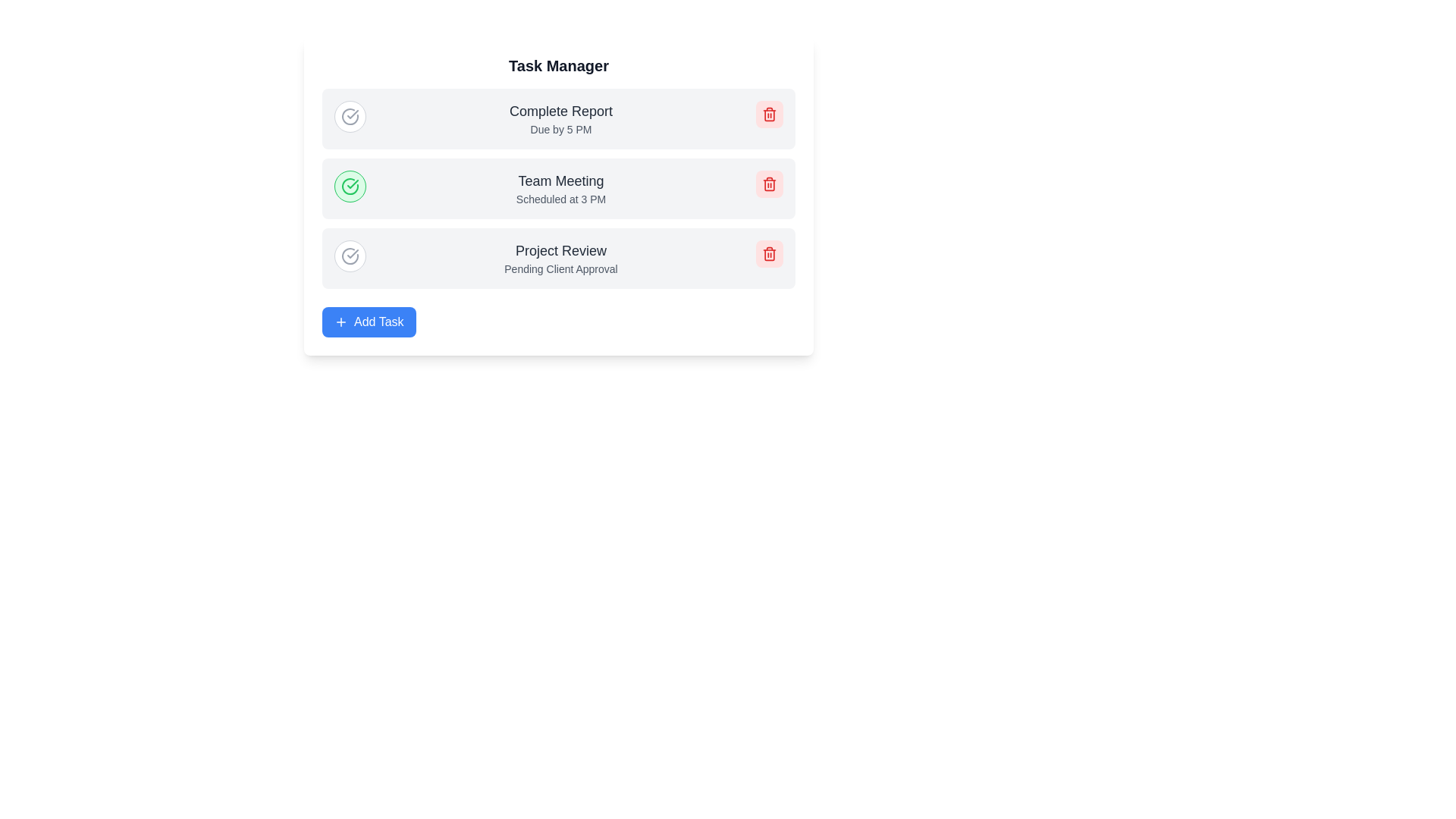 This screenshot has width=1456, height=819. What do you see at coordinates (352, 113) in the screenshot?
I see `the graphical checkmark icon indicating the 'Team Meeting' task is scheduled or completed successfully by clicking on it` at bounding box center [352, 113].